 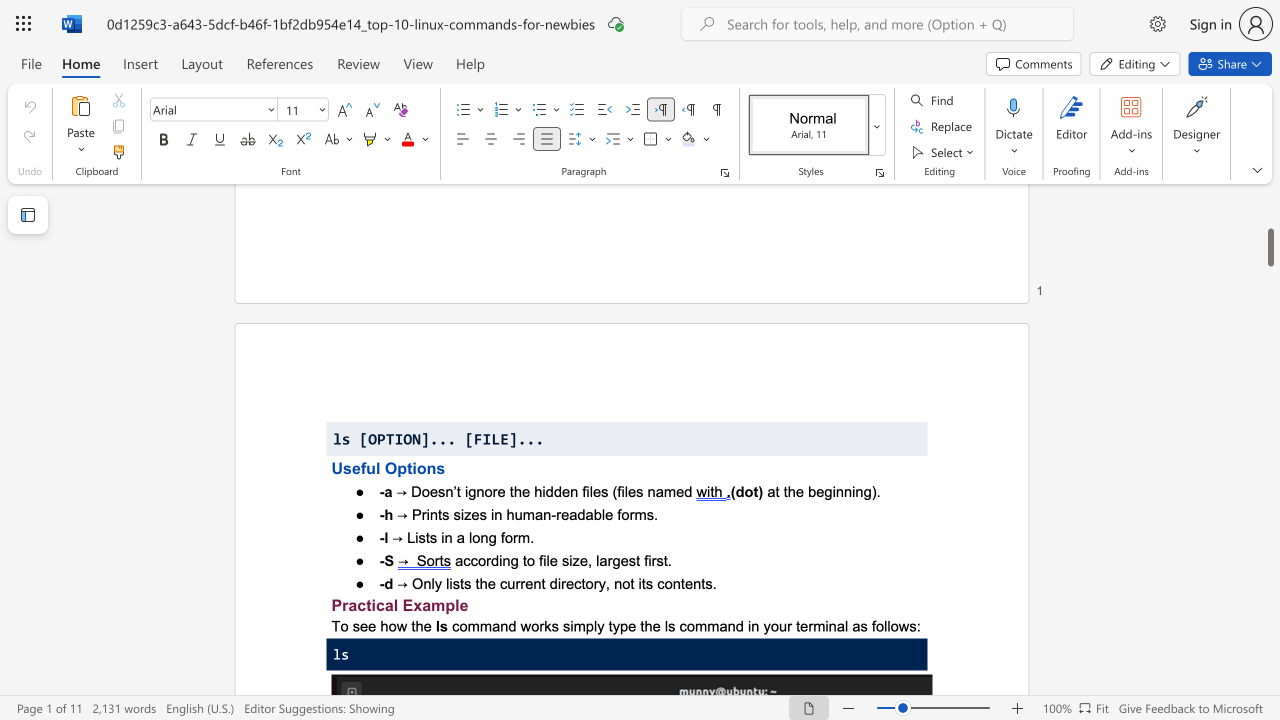 I want to click on the subset text "OPTION]..." within the text "ls [OPTION]... [FILE]...", so click(x=368, y=438).